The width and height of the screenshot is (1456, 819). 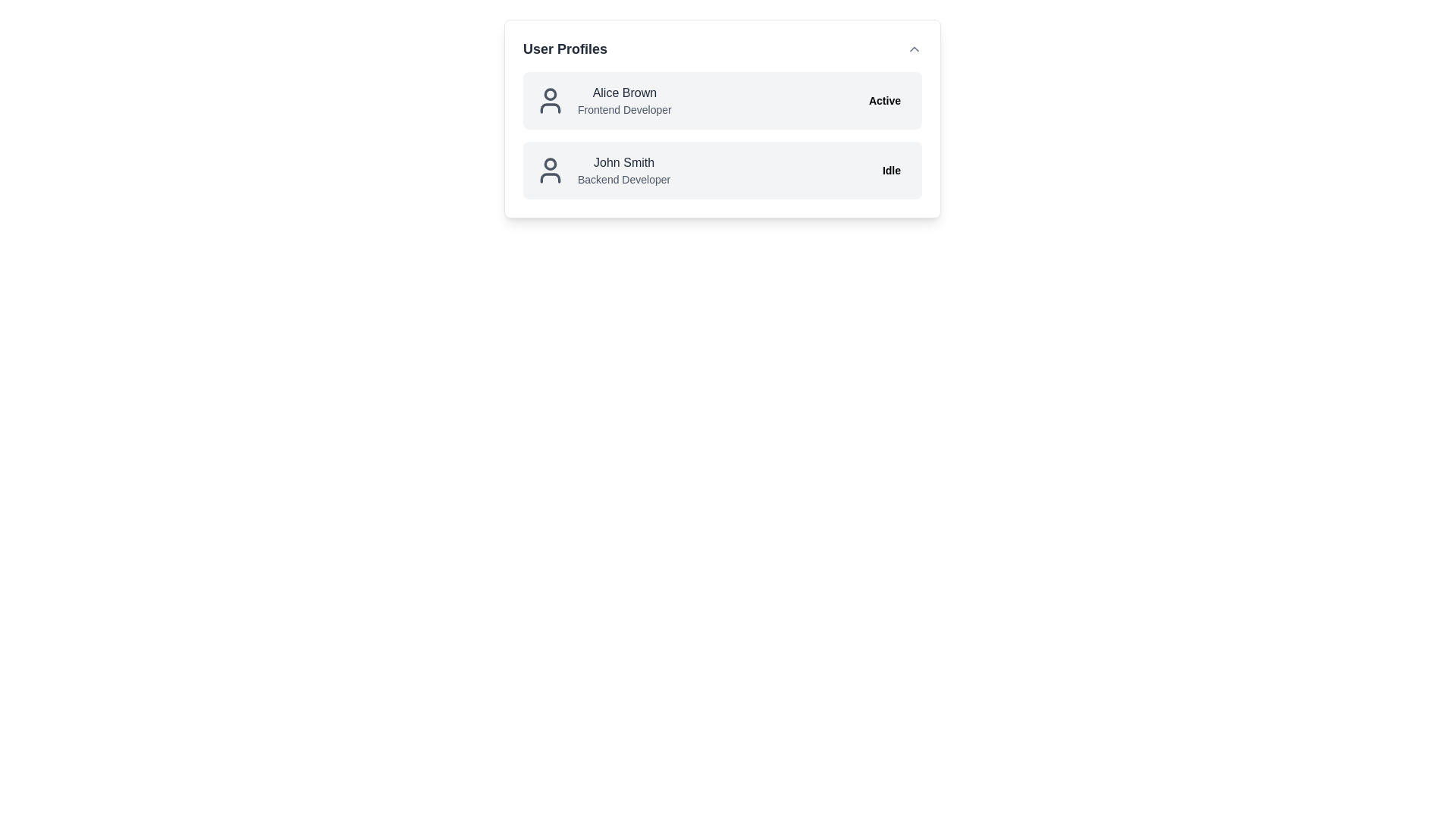 I want to click on the user profile entry displaying the name 'John Smith', which is in a medium-weight, dark gray font, and is located on the second row of the user profiles section, so click(x=624, y=163).